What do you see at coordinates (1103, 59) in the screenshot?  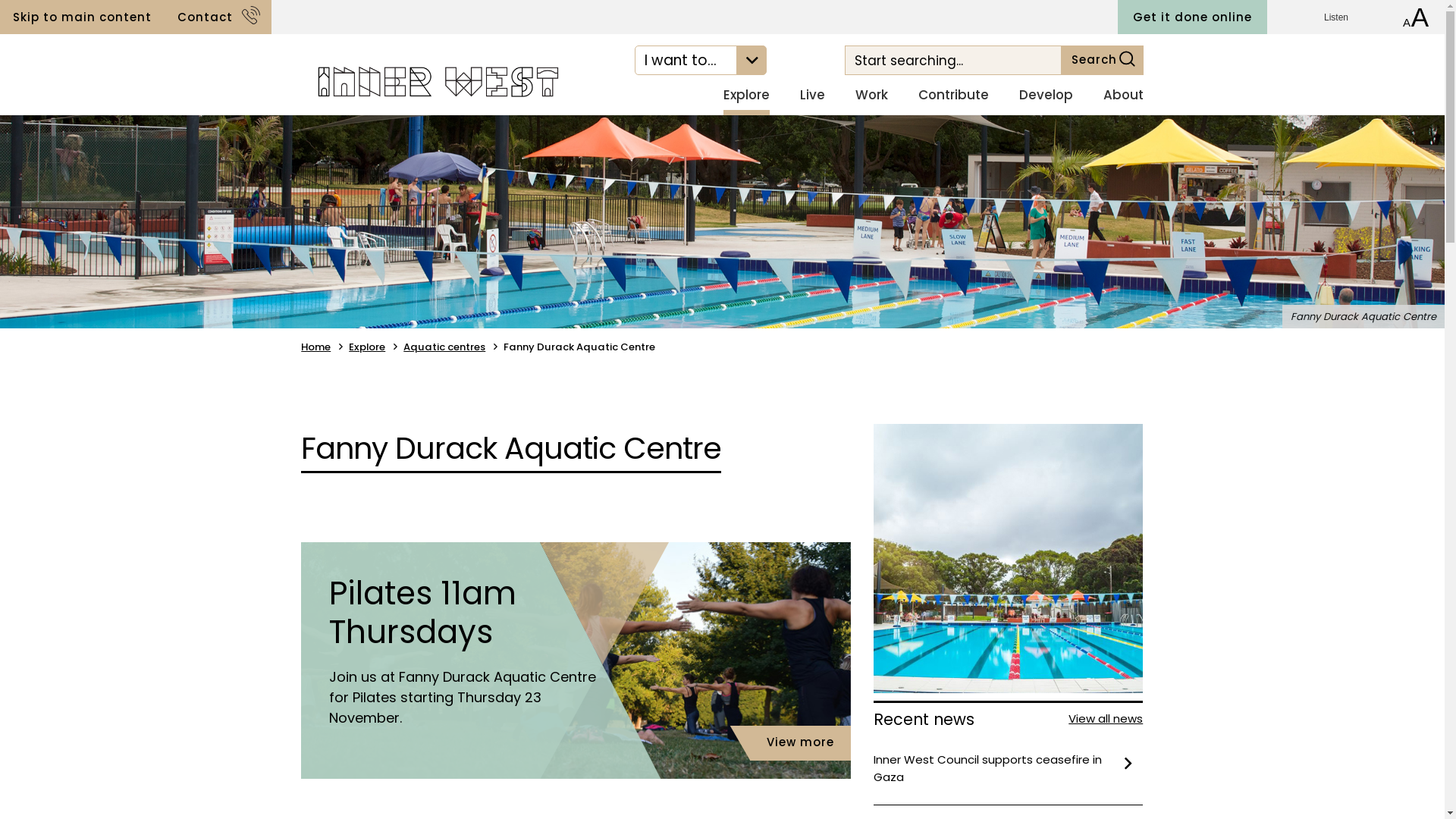 I see `'Search'` at bounding box center [1103, 59].